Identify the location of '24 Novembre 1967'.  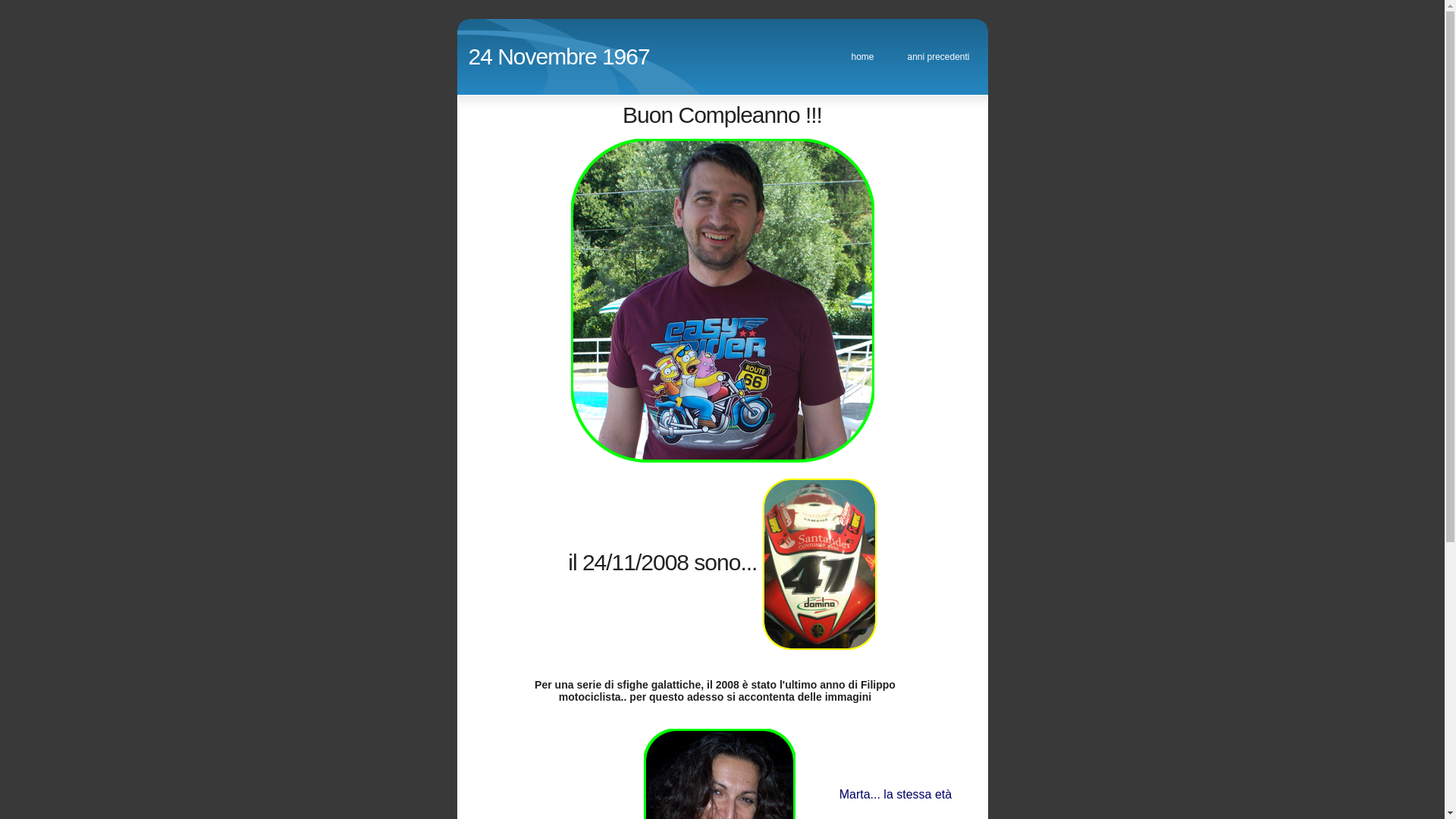
(558, 55).